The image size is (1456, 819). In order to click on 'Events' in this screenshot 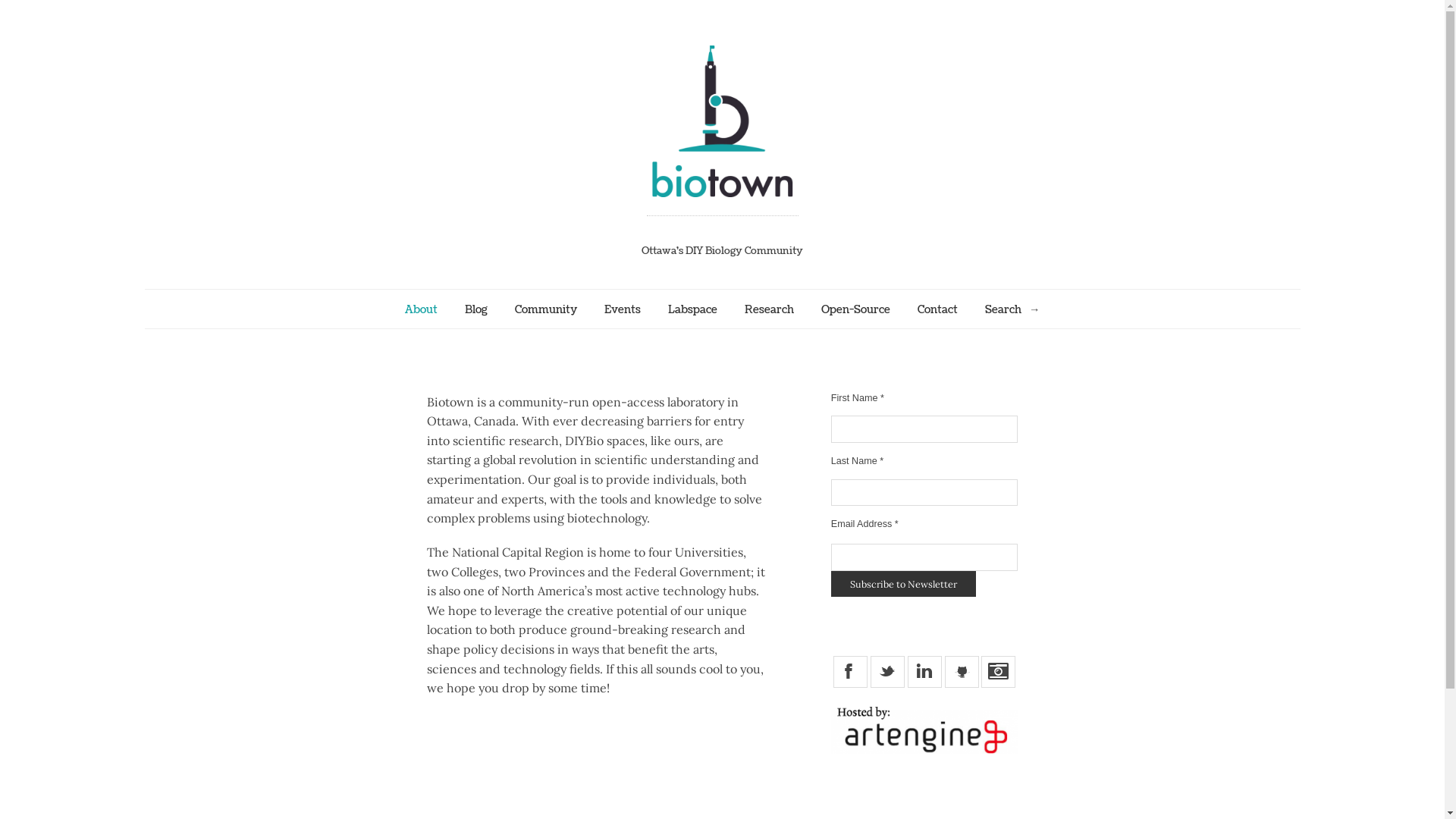, I will do `click(603, 309)`.